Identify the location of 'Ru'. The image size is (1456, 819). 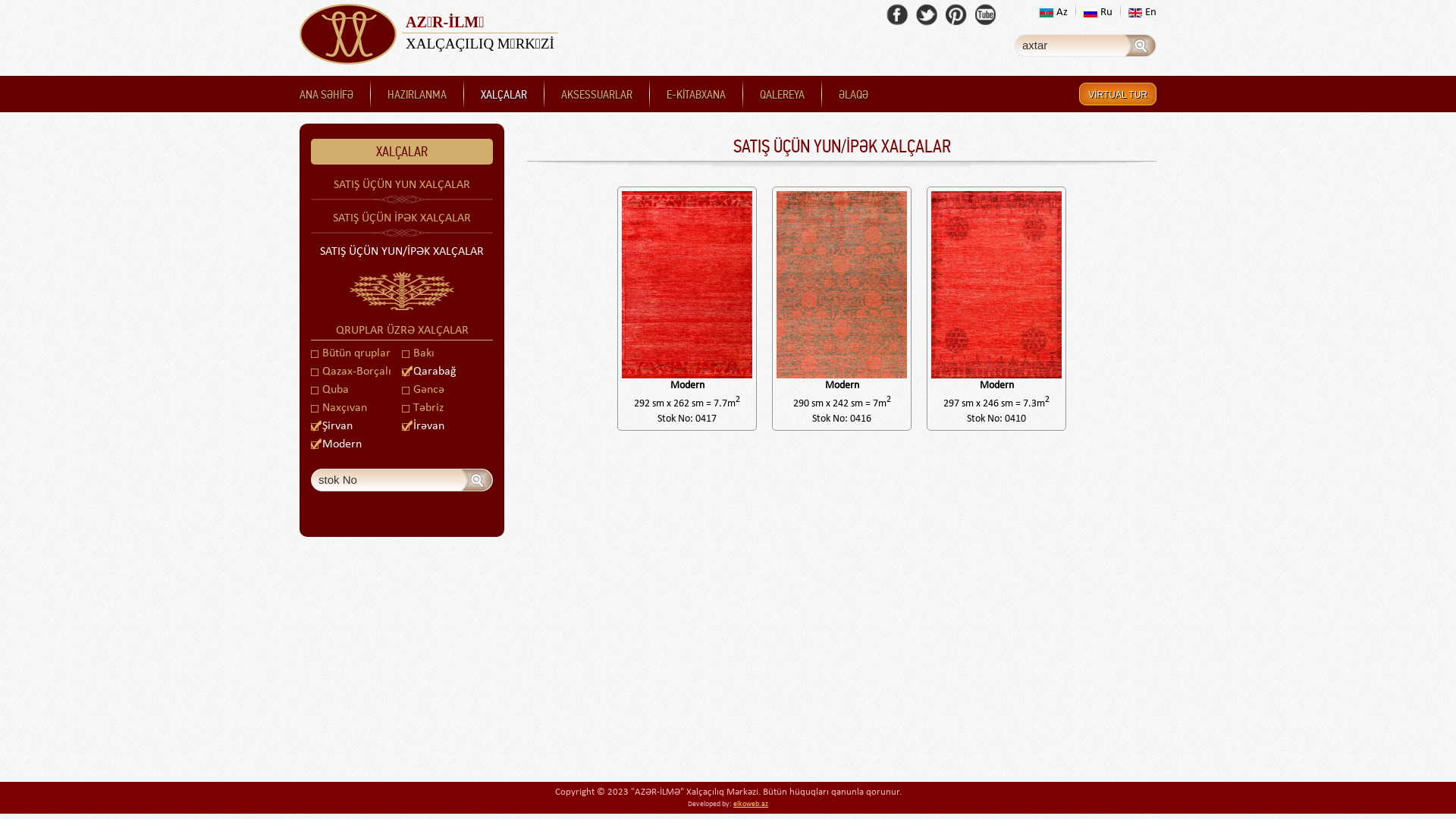
(1098, 12).